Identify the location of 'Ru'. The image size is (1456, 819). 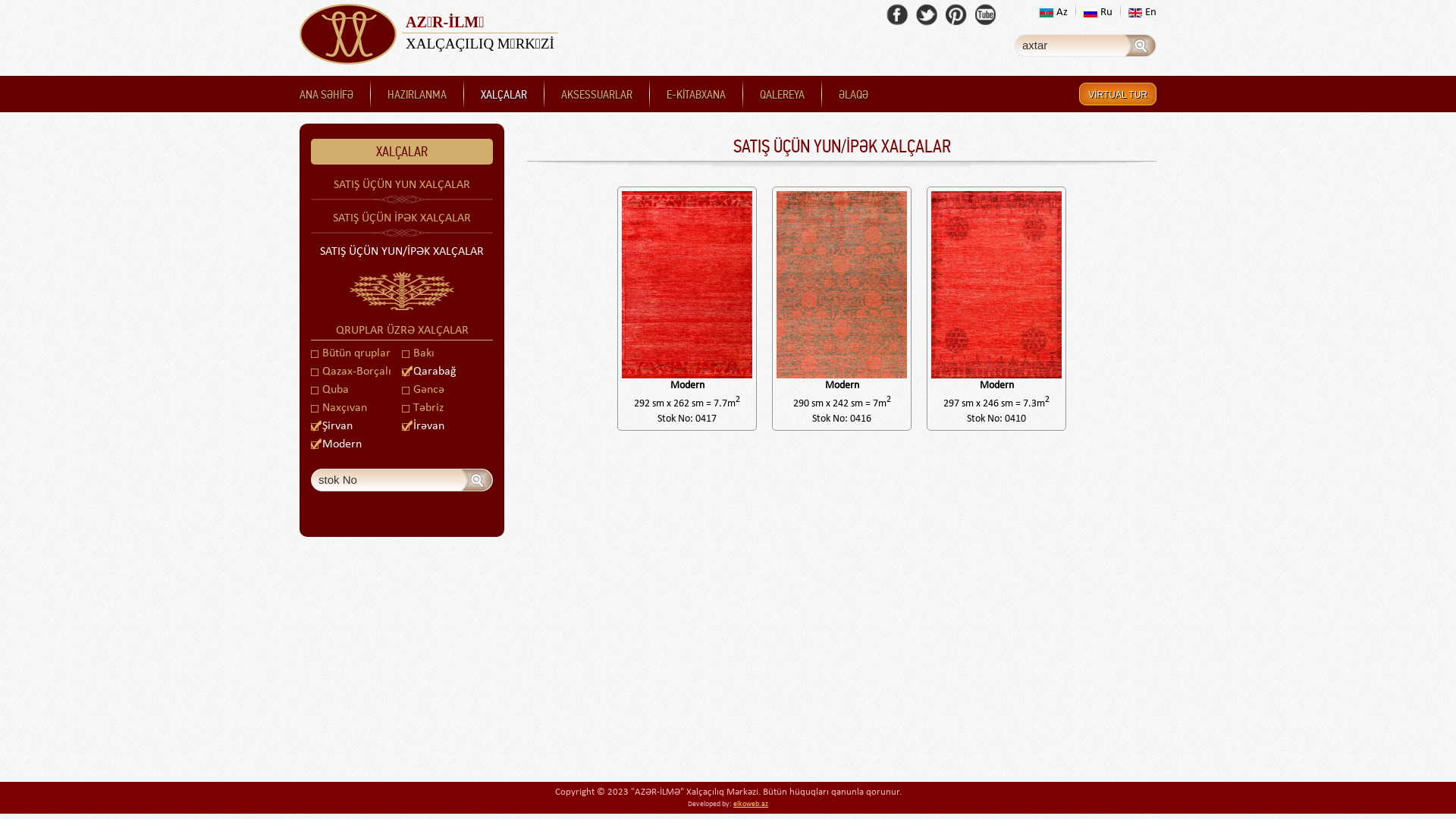
(1098, 12).